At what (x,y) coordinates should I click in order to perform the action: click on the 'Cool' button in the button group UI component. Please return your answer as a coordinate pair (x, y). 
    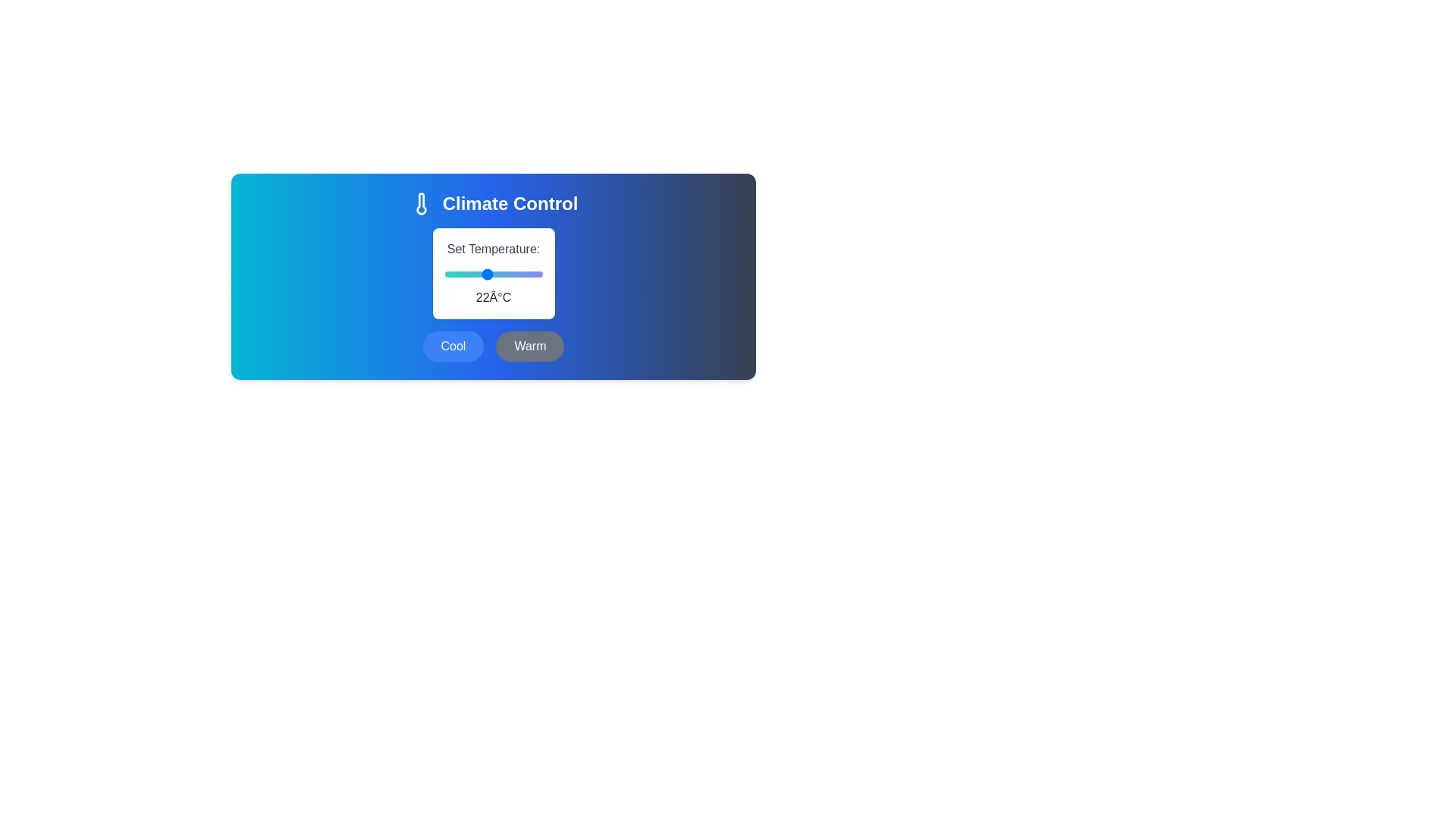
    Looking at the image, I should click on (494, 346).